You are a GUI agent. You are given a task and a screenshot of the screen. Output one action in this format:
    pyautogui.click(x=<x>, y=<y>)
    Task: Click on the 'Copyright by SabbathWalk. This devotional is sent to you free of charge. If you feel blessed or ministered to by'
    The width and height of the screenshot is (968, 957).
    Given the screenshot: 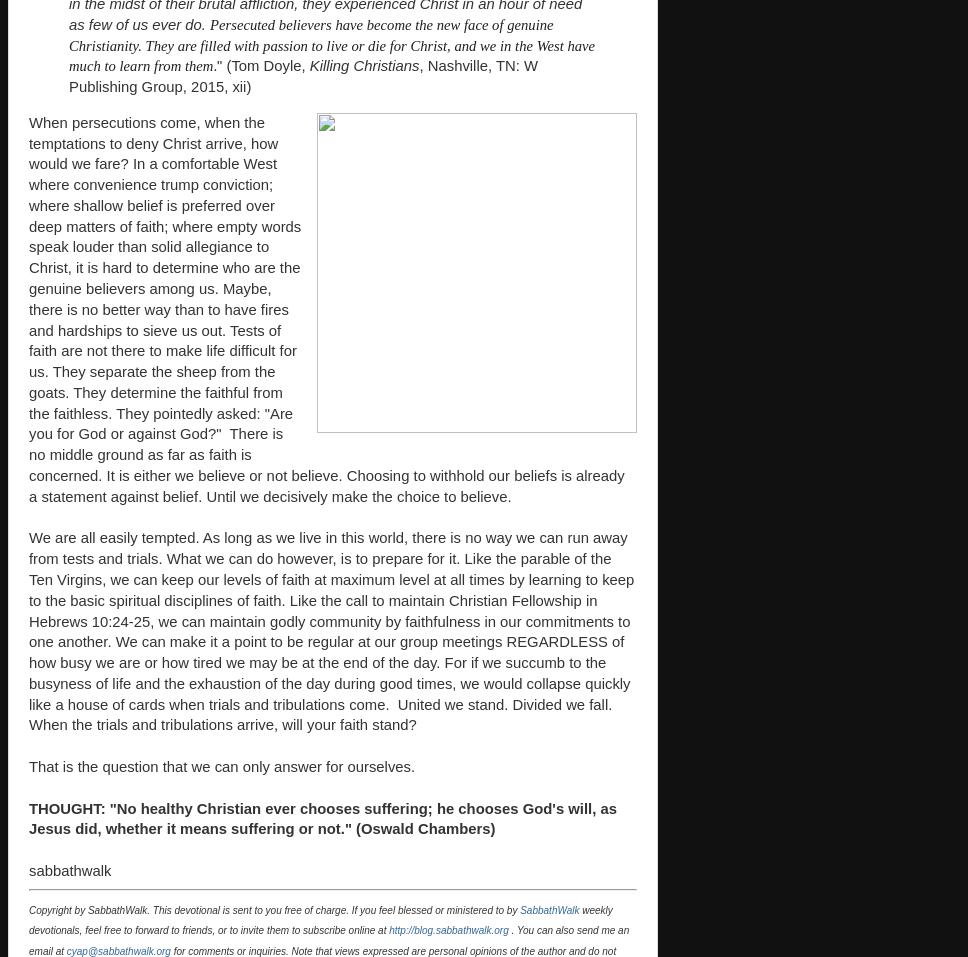 What is the action you would take?
    pyautogui.click(x=274, y=909)
    